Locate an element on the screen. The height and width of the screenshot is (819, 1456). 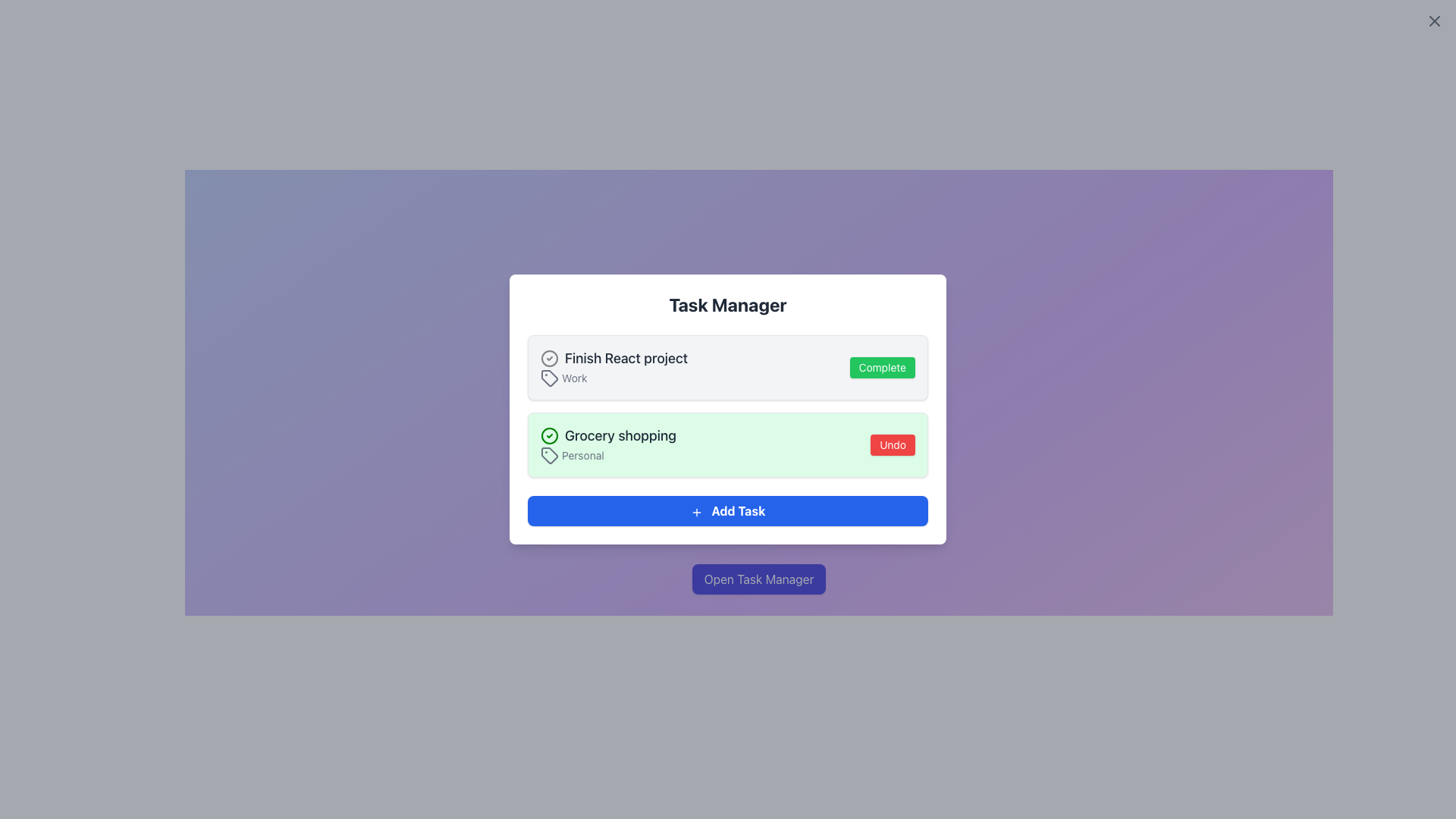
the tag-shaped SVG icon that represents a label, located to the left of the 'Work' text, associated with the 'Finish React project' task is located at coordinates (548, 377).